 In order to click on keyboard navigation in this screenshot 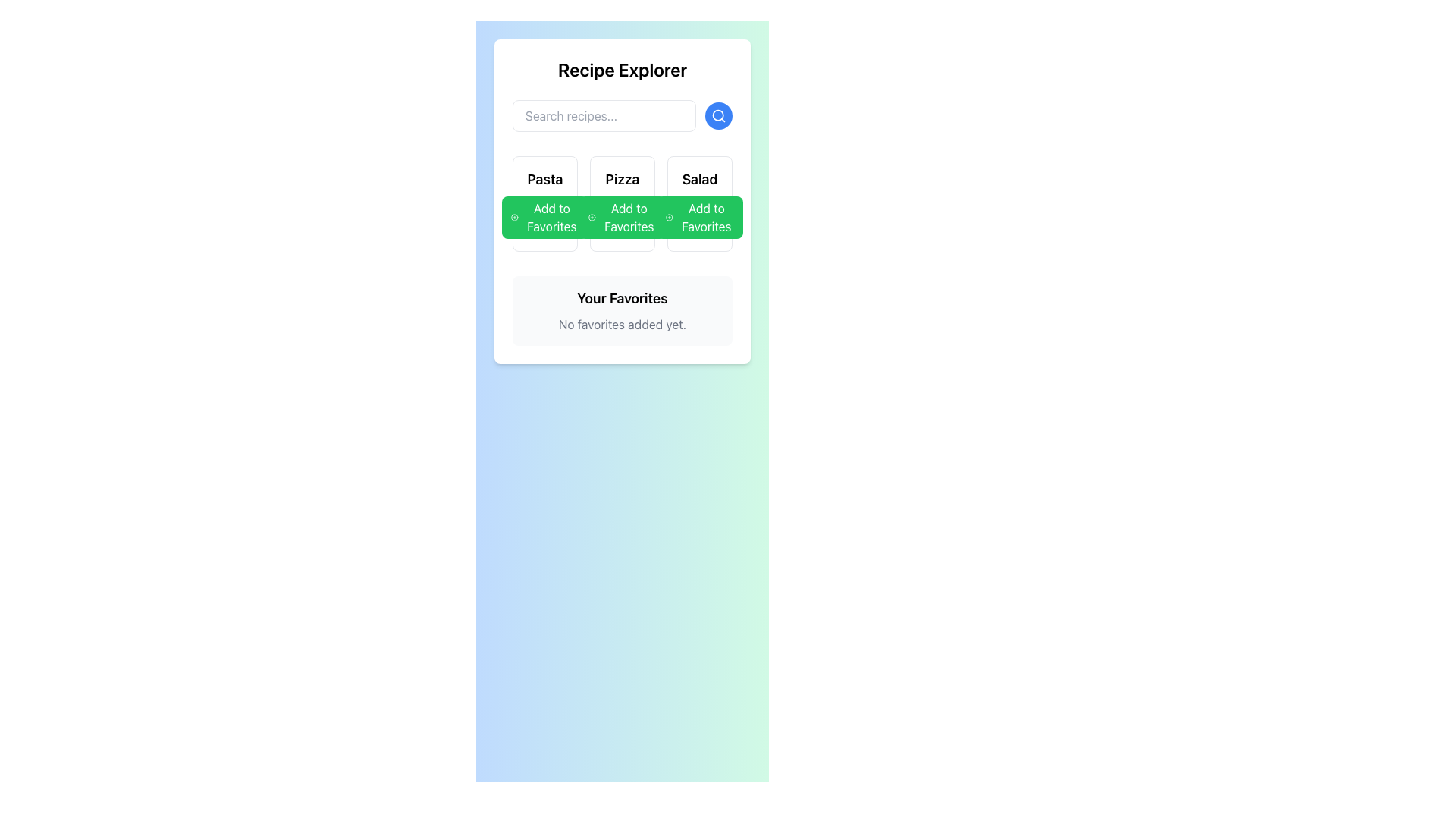, I will do `click(515, 217)`.